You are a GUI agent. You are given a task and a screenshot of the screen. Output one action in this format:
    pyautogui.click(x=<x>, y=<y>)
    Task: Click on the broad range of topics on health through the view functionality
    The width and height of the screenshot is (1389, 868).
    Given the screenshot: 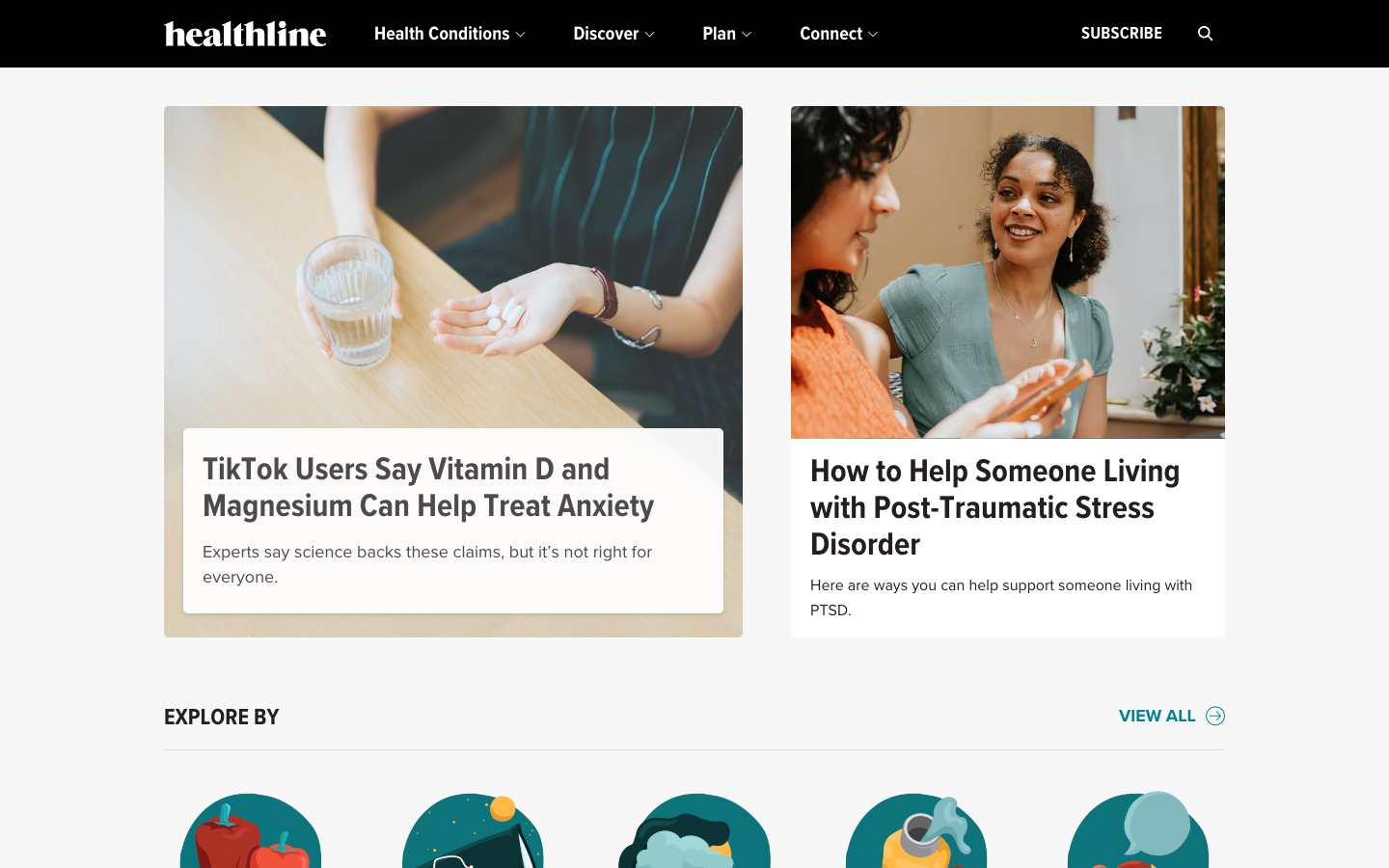 What is the action you would take?
    pyautogui.click(x=1171, y=717)
    